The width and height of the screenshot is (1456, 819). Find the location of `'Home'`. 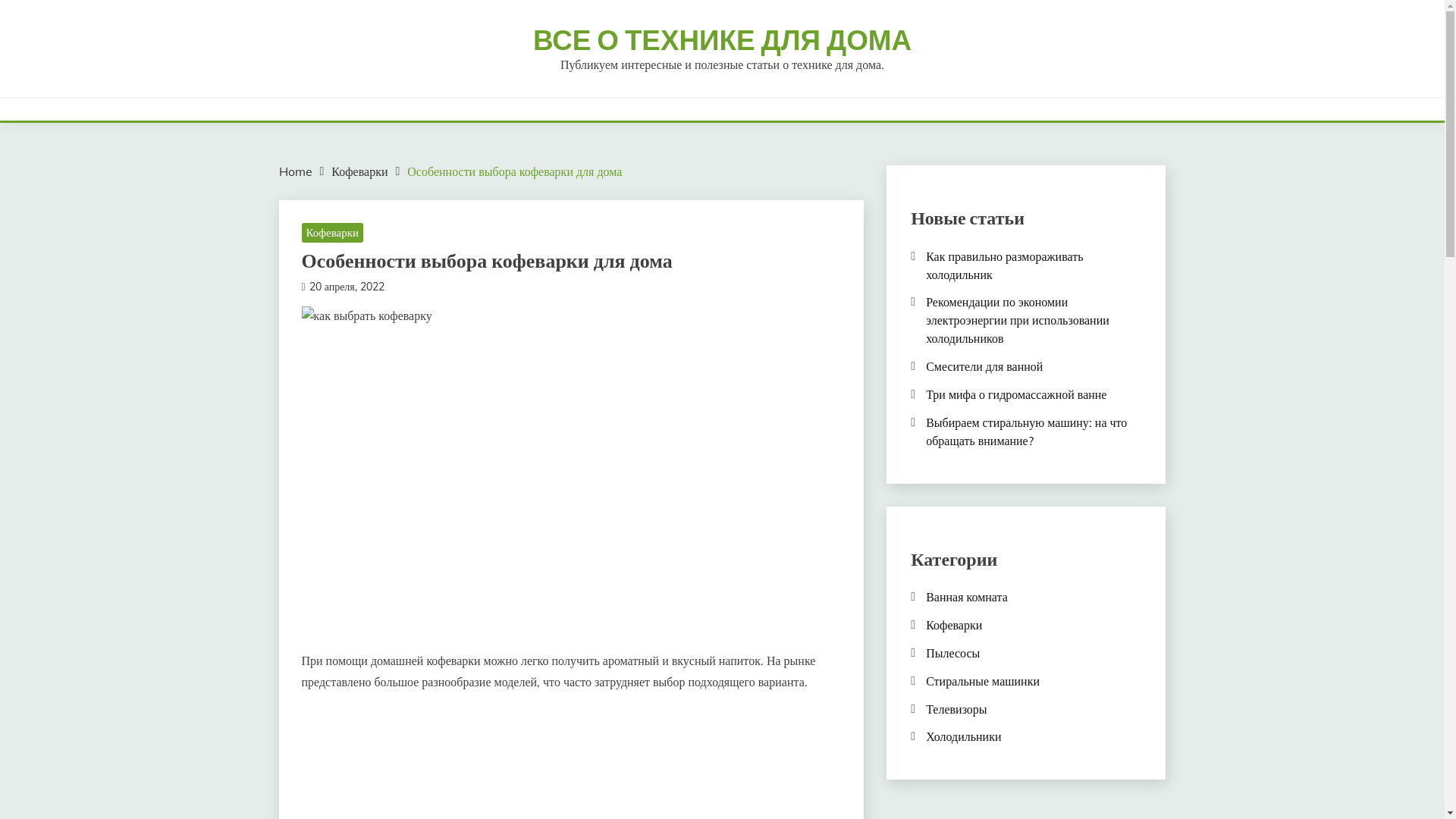

'Home' is located at coordinates (279, 171).